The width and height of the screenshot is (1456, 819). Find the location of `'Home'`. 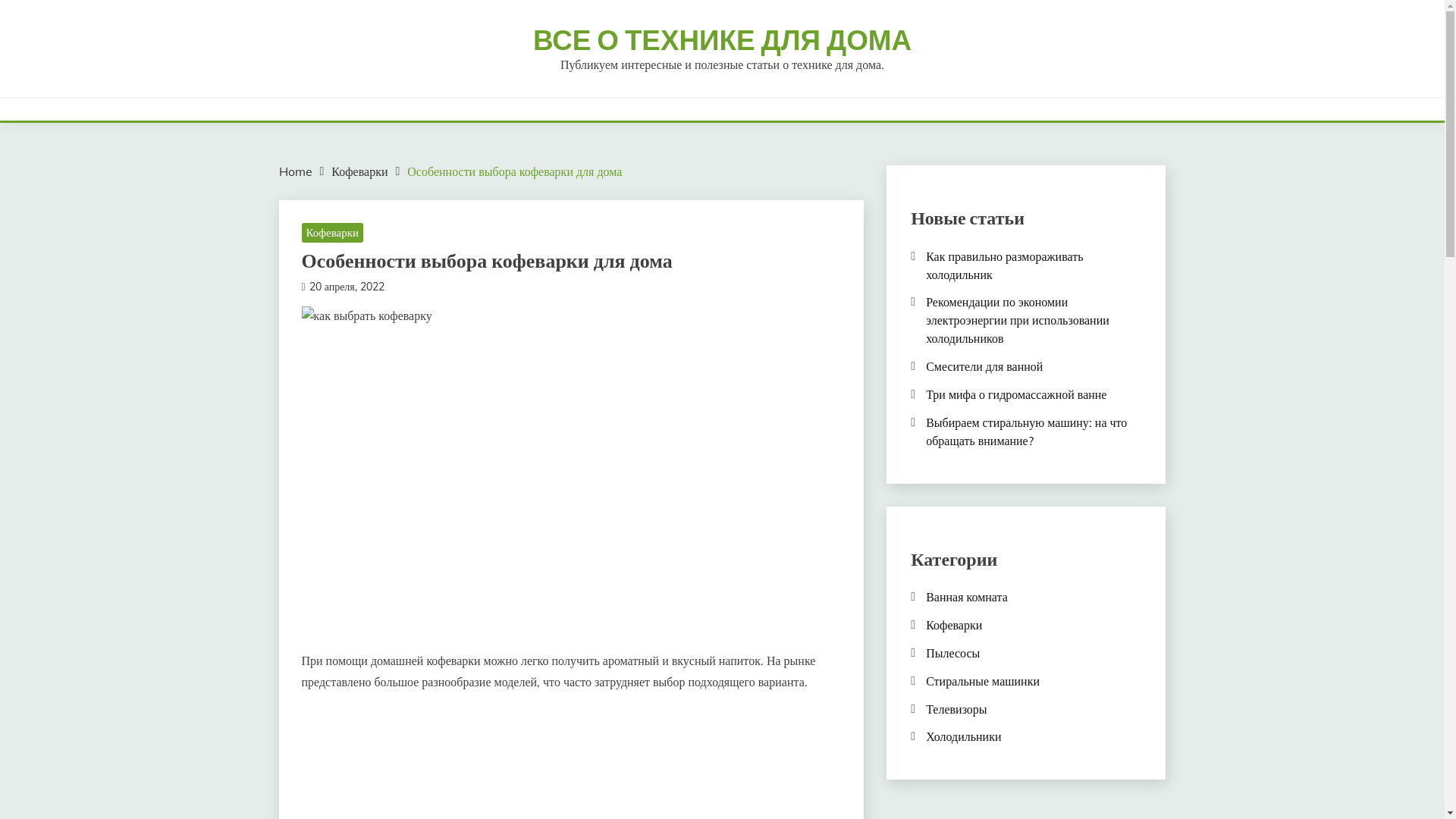

'Home' is located at coordinates (279, 171).